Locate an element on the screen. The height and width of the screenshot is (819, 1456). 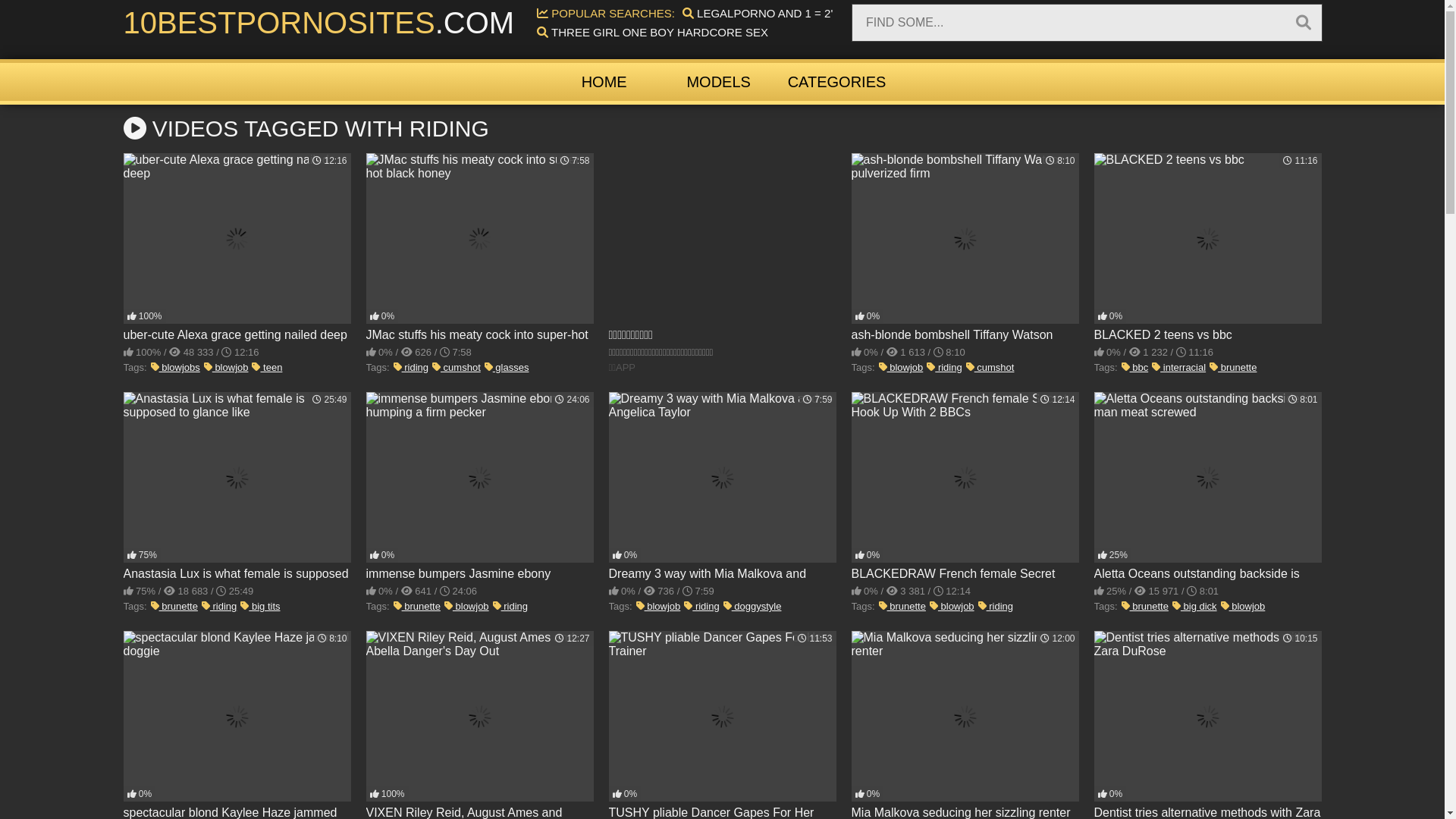
'riding' is located at coordinates (411, 367).